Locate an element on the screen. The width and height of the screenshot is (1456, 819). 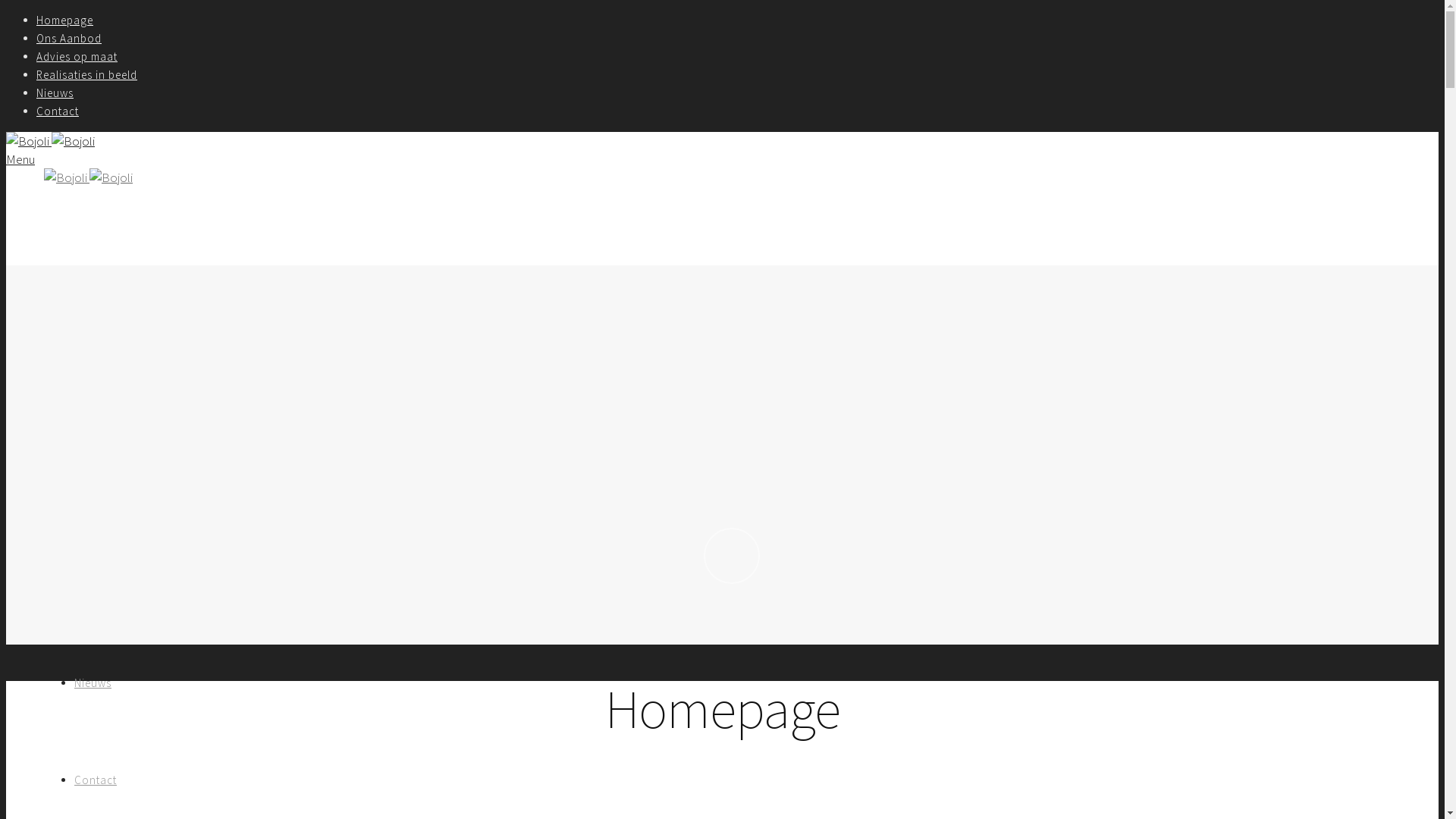
'Realisaties in beeld' is located at coordinates (86, 74).